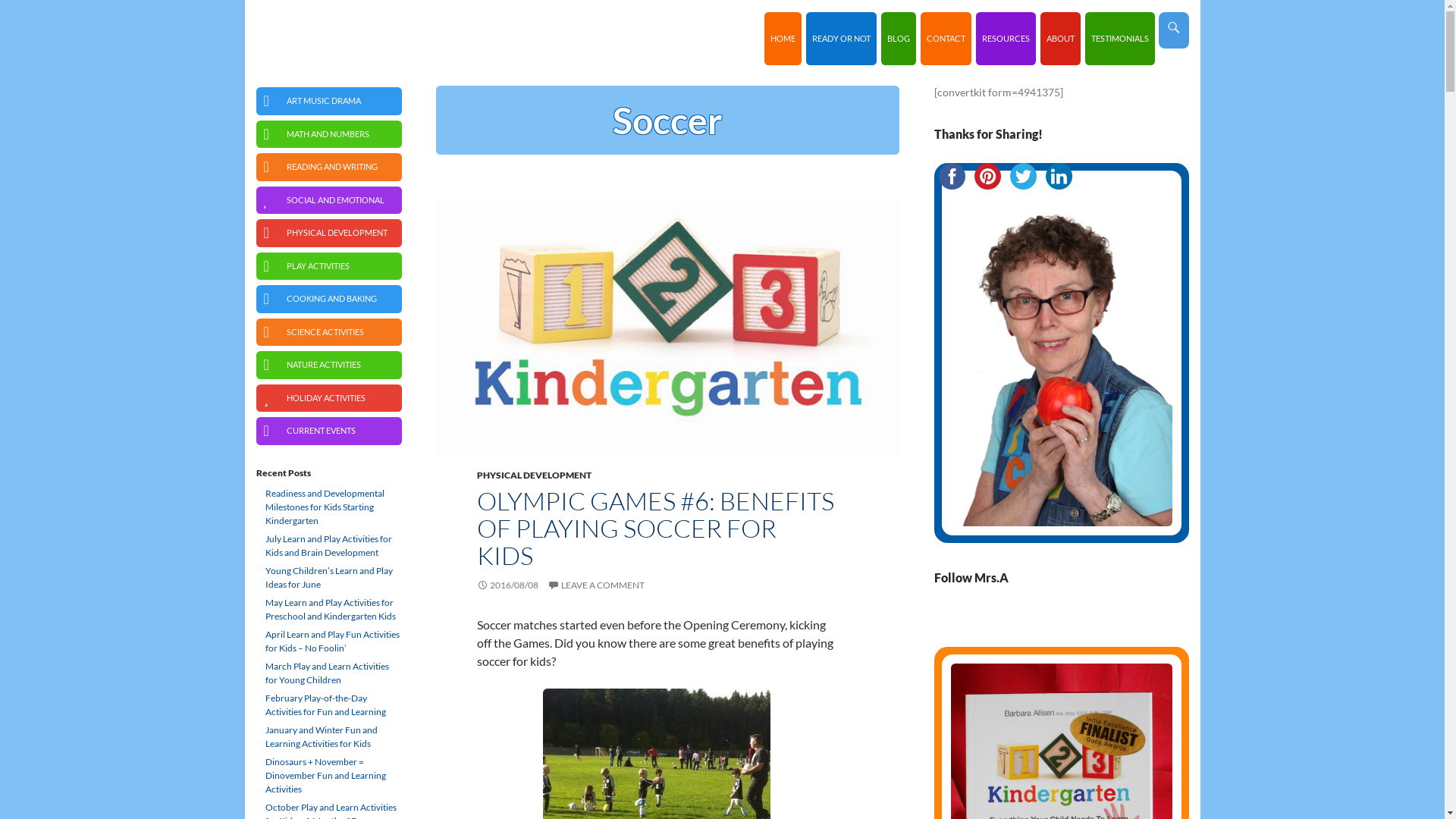 This screenshot has height=819, width=1456. I want to click on 'SCIENCE ACTIVITIES', so click(328, 331).